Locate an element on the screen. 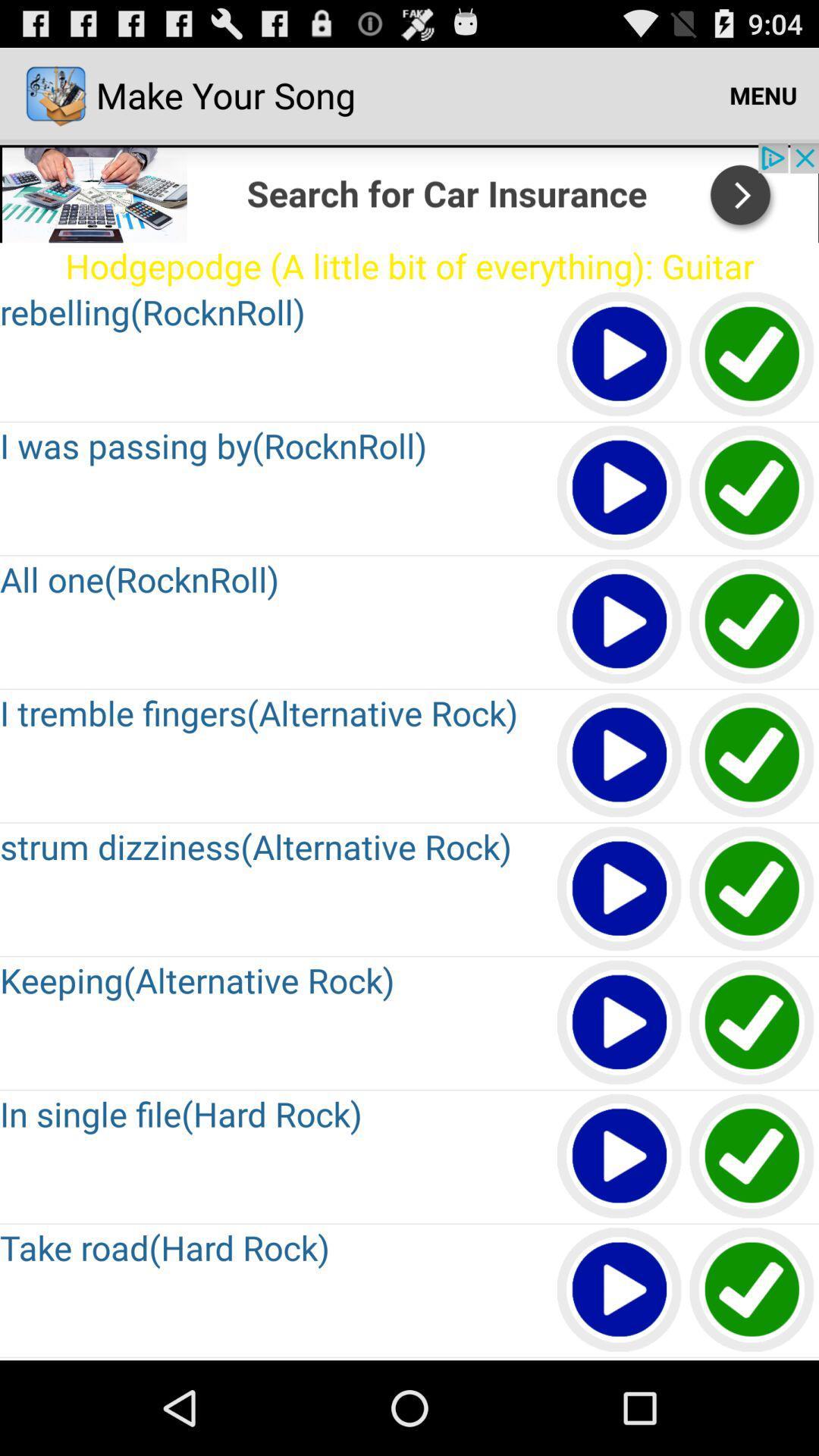 The image size is (819, 1456). share is located at coordinates (409, 192).